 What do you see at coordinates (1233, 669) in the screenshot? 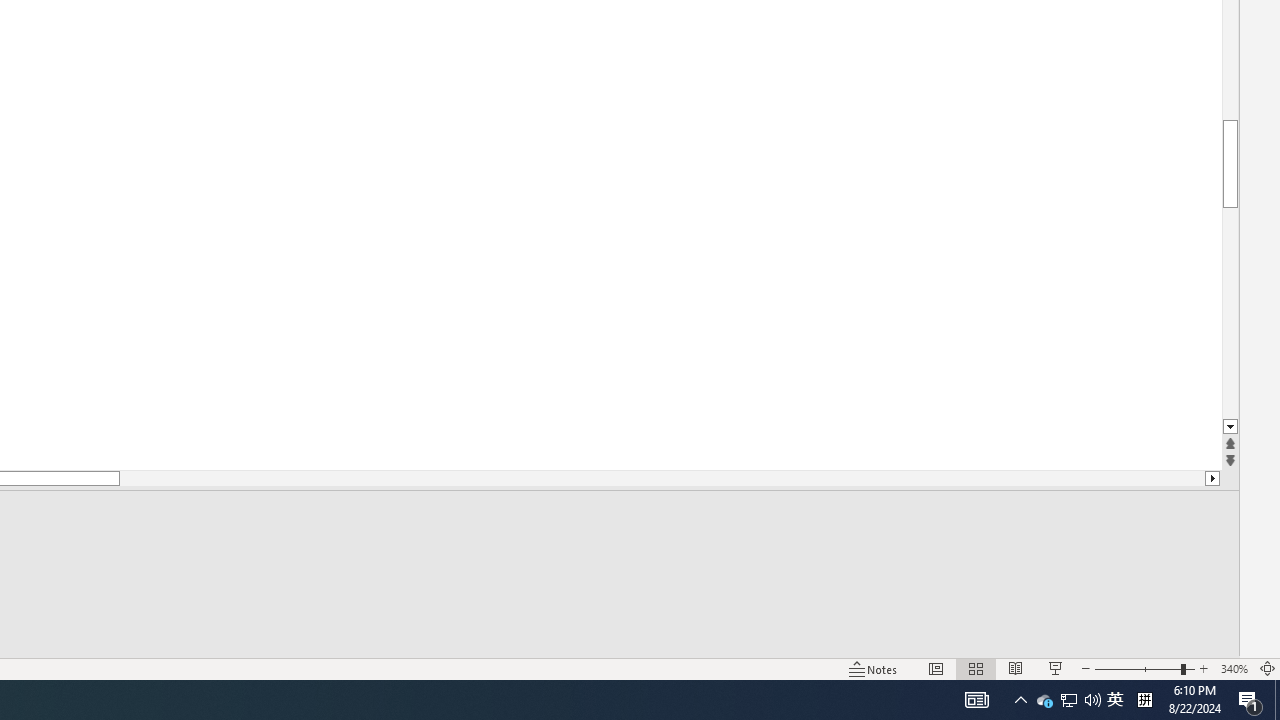
I see `'Zoom 340%'` at bounding box center [1233, 669].